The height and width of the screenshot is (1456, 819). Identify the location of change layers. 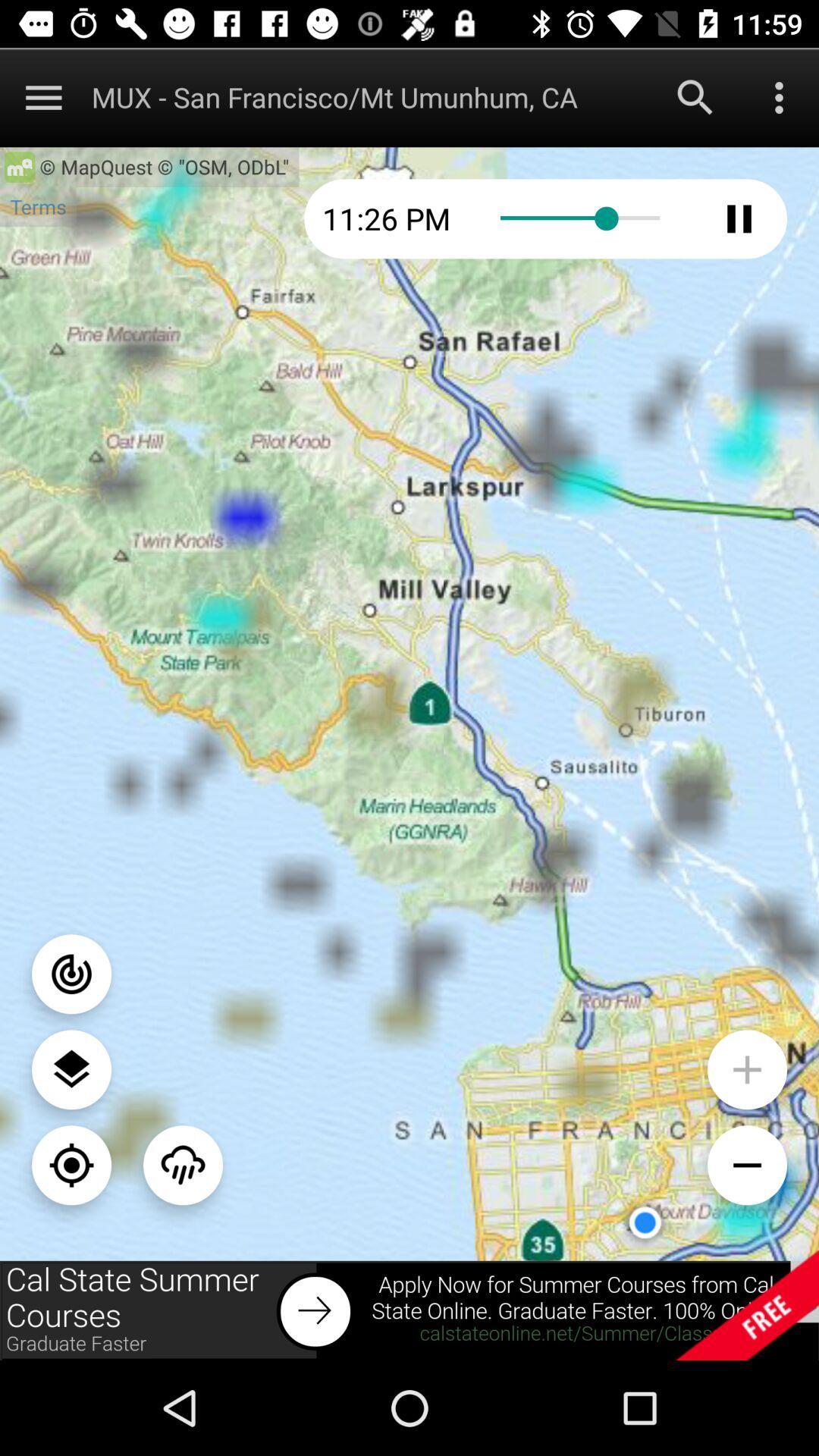
(71, 1068).